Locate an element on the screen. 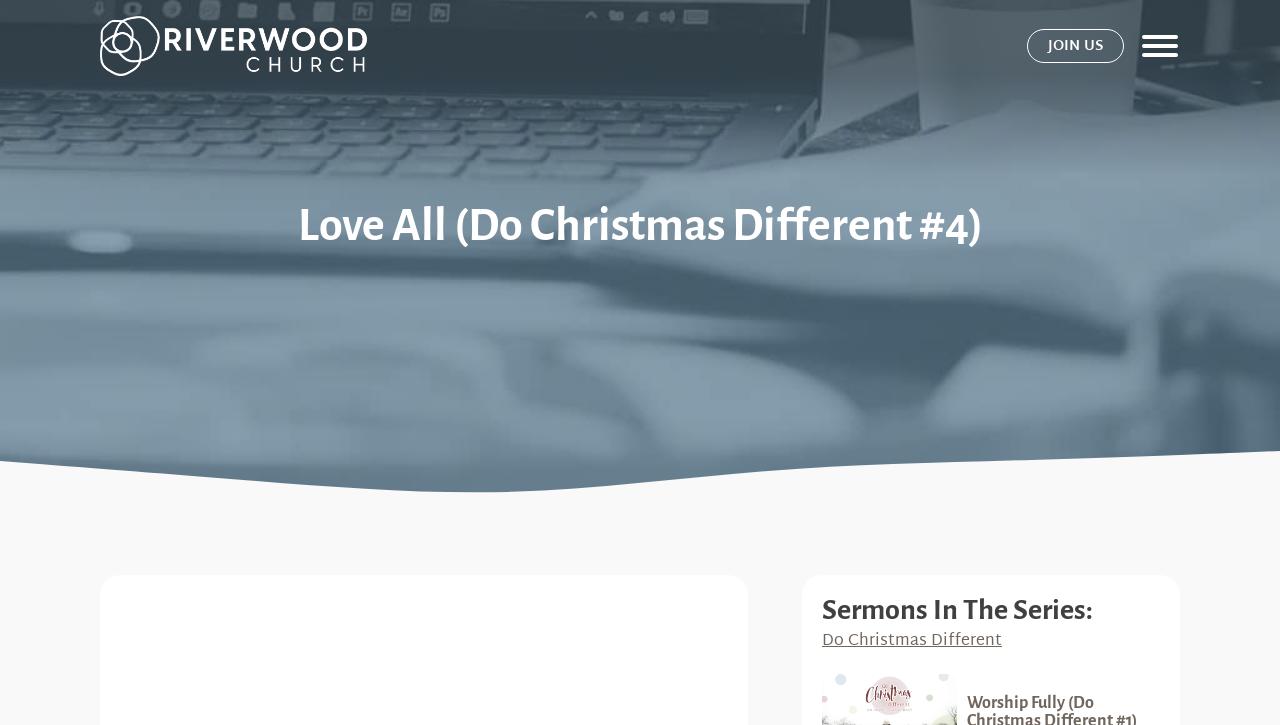 The width and height of the screenshot is (1280, 725). 'Text:' is located at coordinates (138, 610).